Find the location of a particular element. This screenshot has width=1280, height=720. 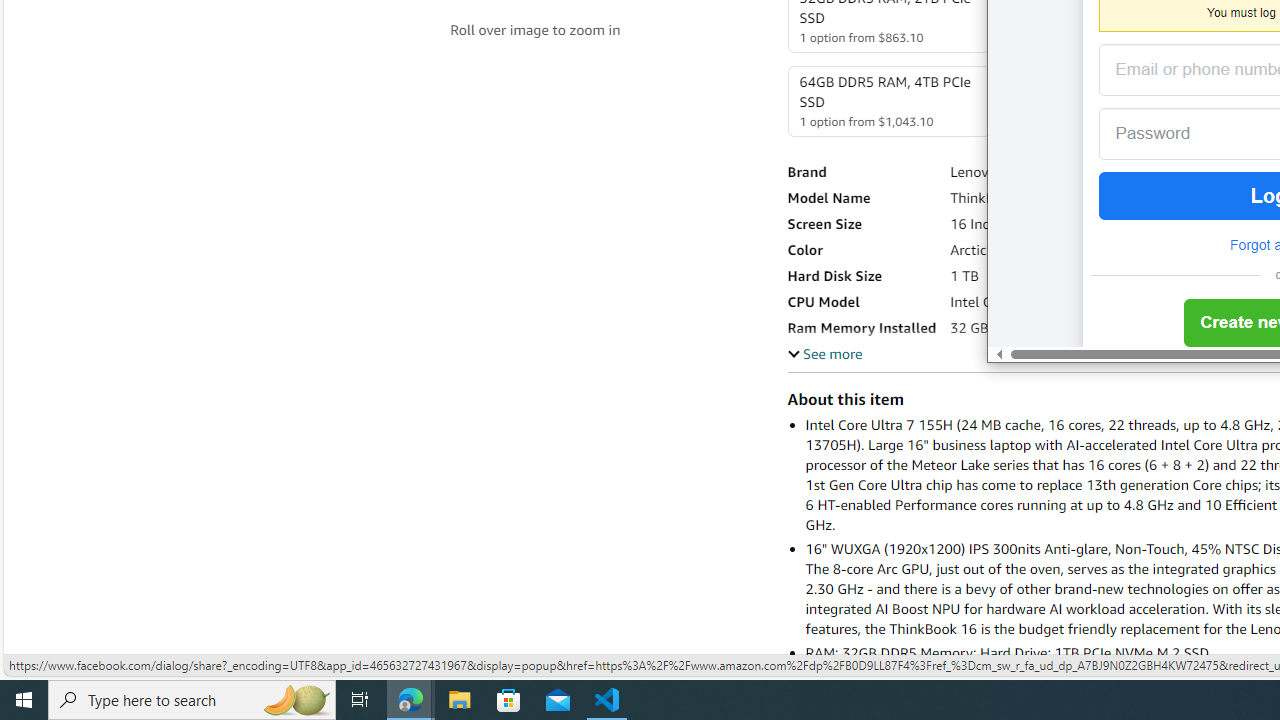

'File Explorer' is located at coordinates (459, 698).